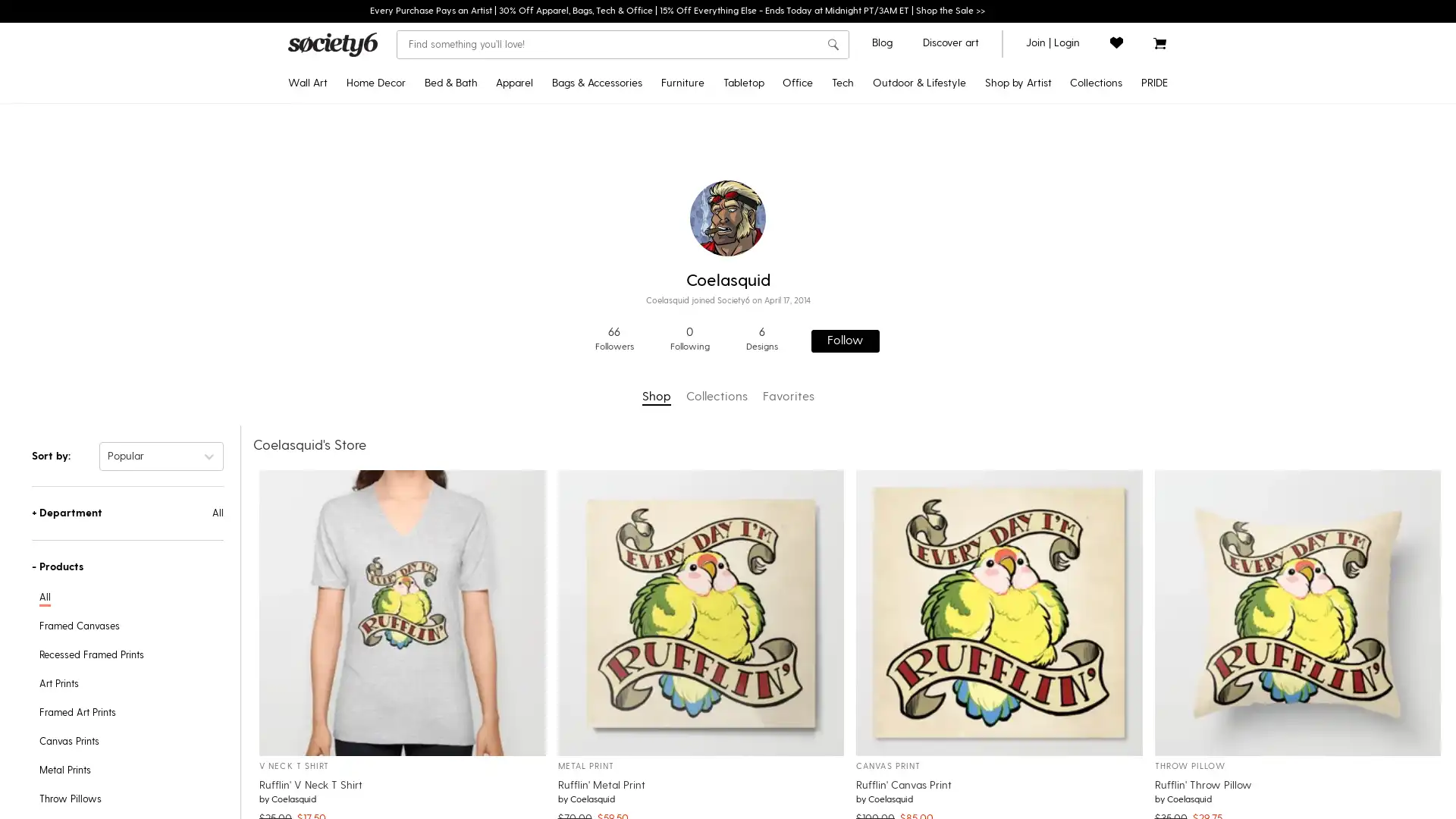 Image resolution: width=1456 pixels, height=819 pixels. I want to click on Stationery Cards, so click(835, 317).